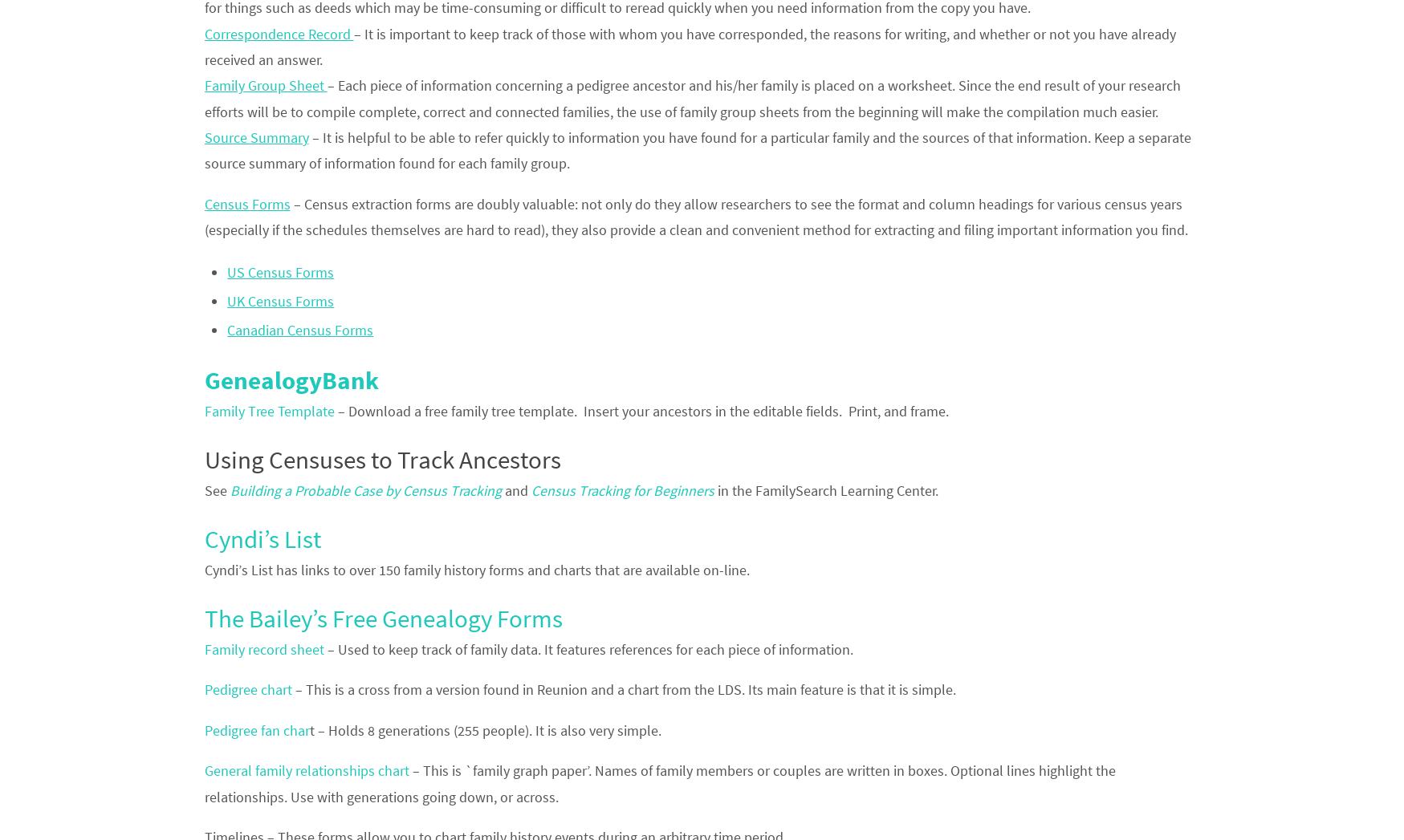  Describe the element at coordinates (280, 271) in the screenshot. I see `'US Census Forms'` at that location.